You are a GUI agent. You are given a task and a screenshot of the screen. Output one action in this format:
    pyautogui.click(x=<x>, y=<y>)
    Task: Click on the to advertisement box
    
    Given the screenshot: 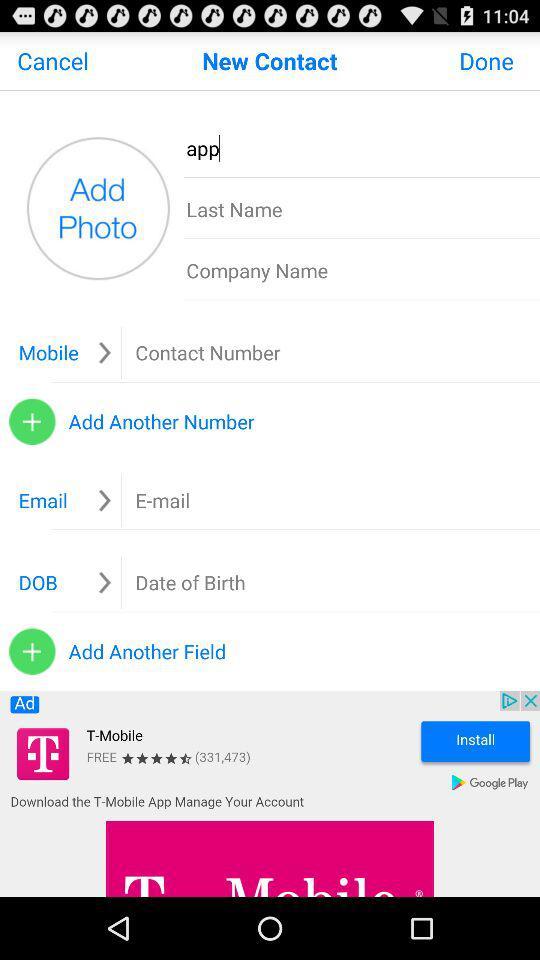 What is the action you would take?
    pyautogui.click(x=270, y=794)
    